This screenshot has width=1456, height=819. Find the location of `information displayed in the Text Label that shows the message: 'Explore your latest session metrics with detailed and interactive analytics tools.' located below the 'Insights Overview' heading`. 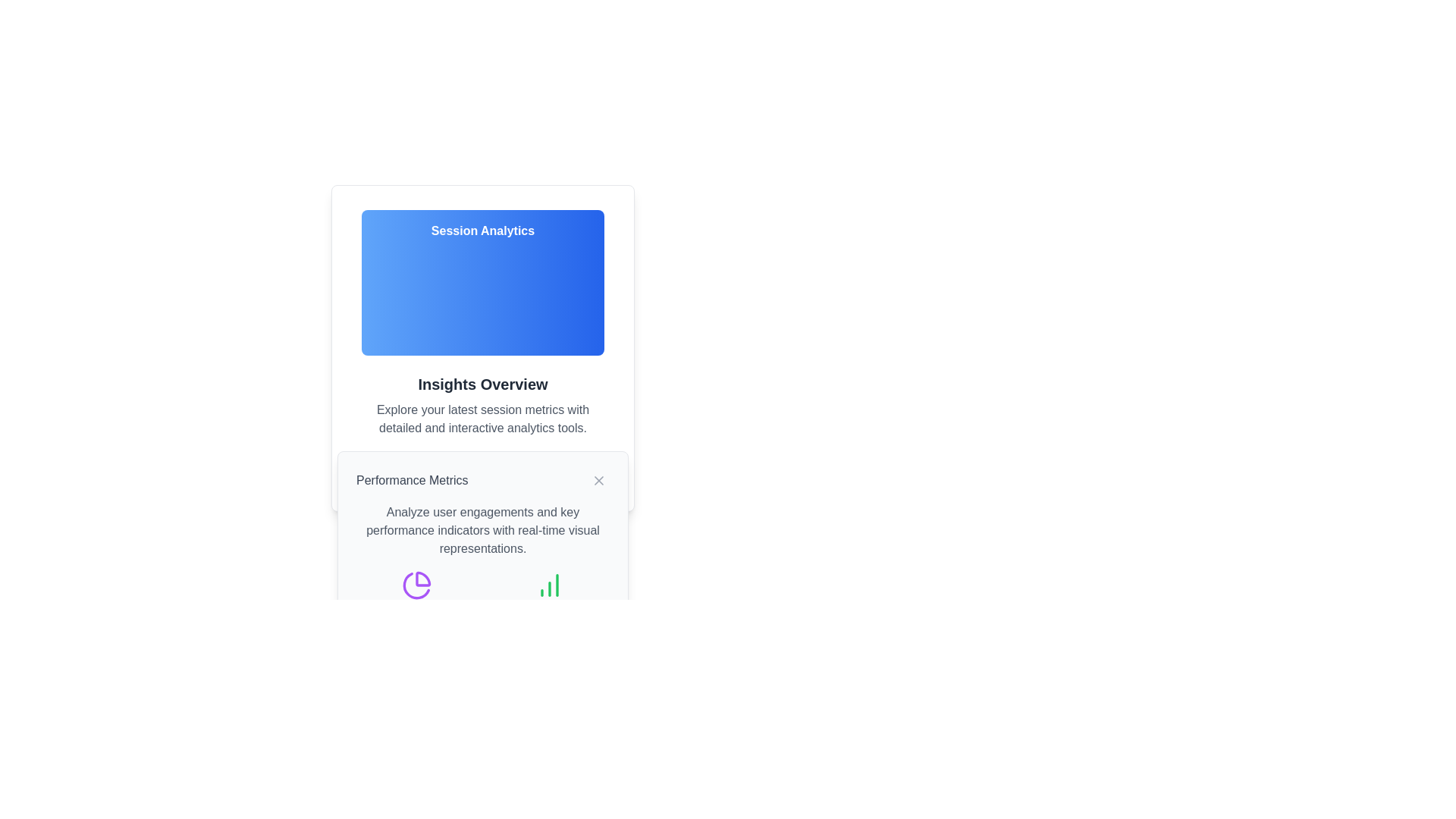

information displayed in the Text Label that shows the message: 'Explore your latest session metrics with detailed and interactive analytics tools.' located below the 'Insights Overview' heading is located at coordinates (482, 419).